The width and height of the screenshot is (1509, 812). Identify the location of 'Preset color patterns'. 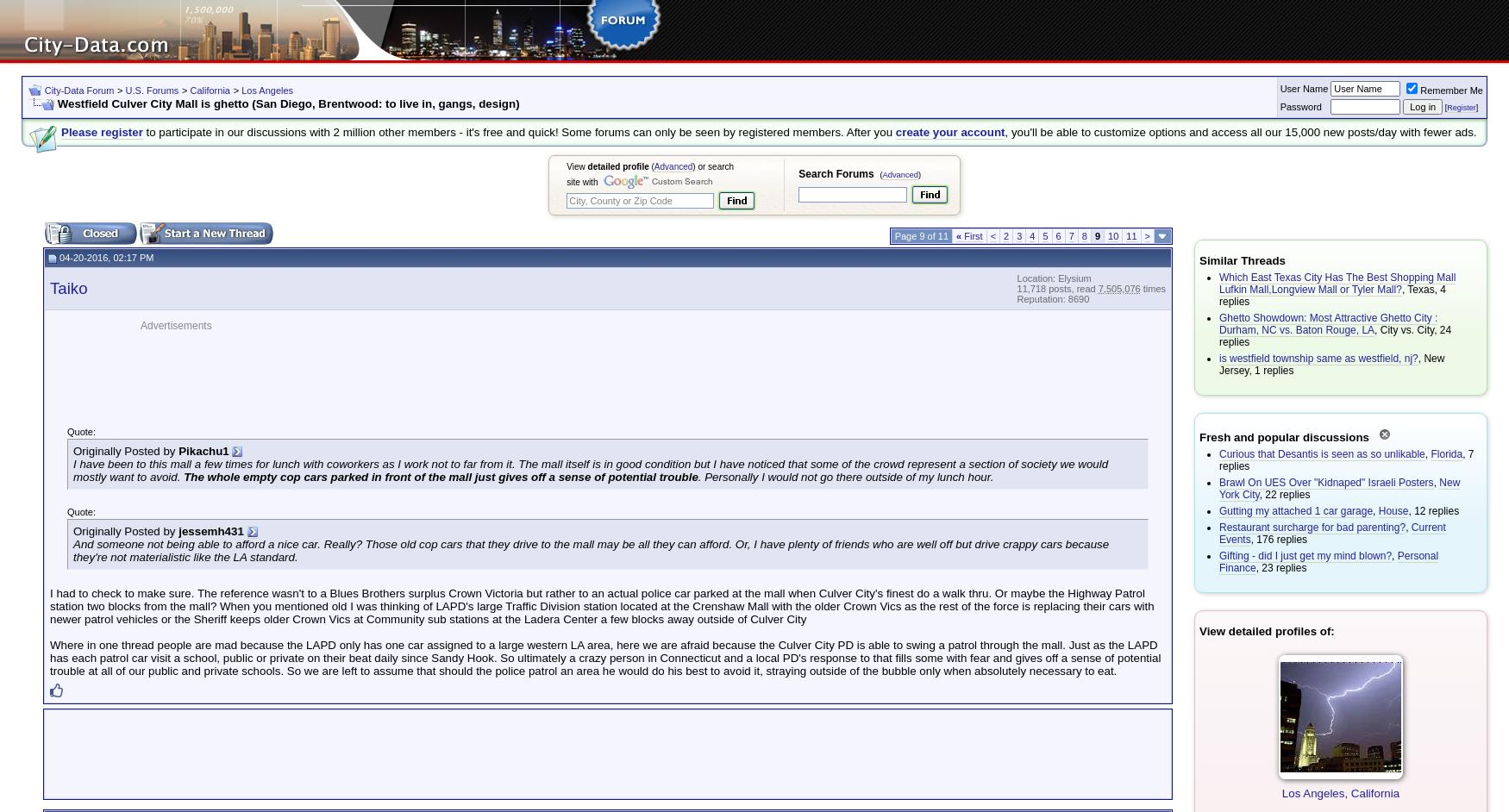
(13, 31).